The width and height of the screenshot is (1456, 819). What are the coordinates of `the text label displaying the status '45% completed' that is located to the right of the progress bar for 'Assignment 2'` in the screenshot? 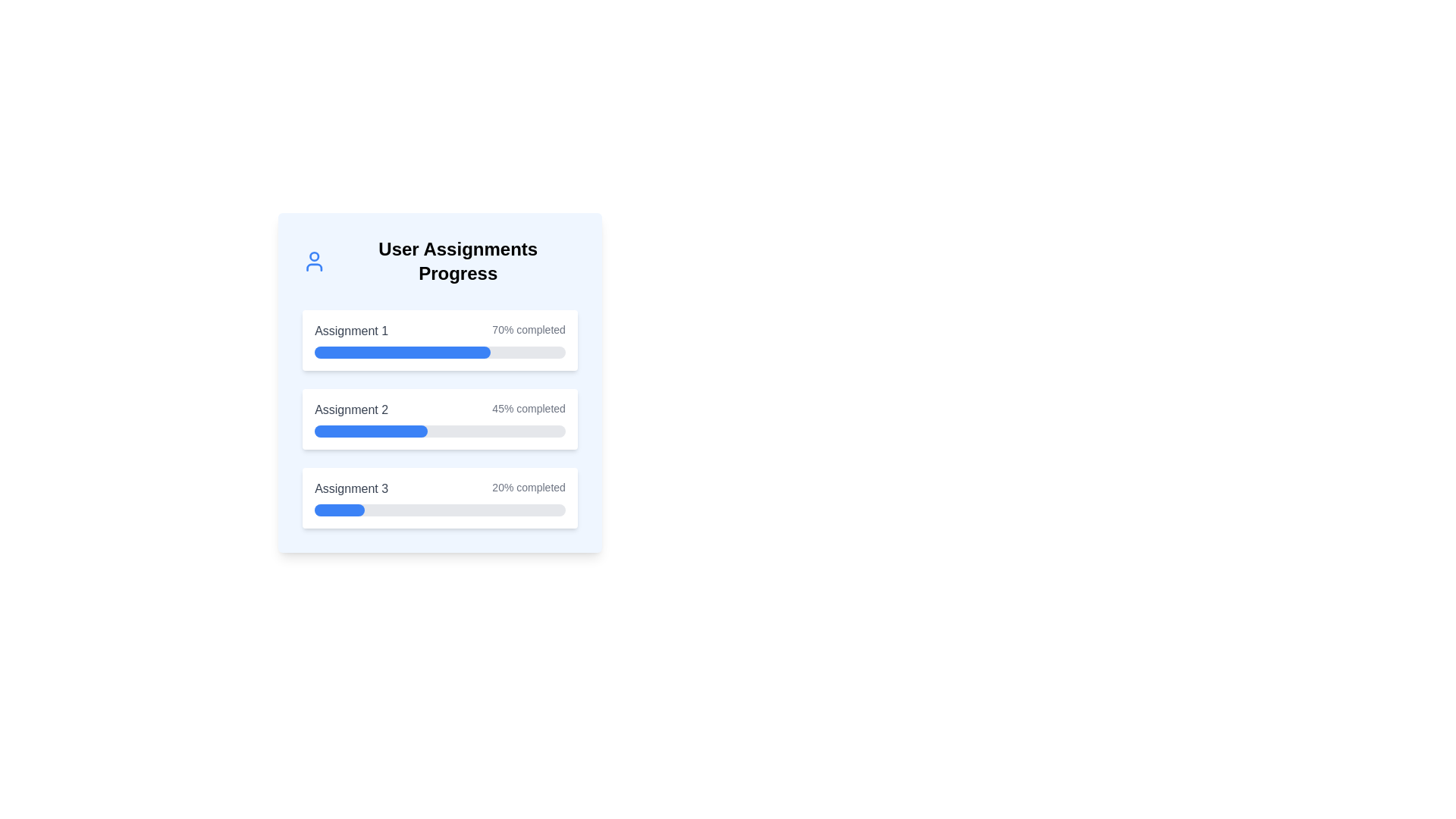 It's located at (529, 409).